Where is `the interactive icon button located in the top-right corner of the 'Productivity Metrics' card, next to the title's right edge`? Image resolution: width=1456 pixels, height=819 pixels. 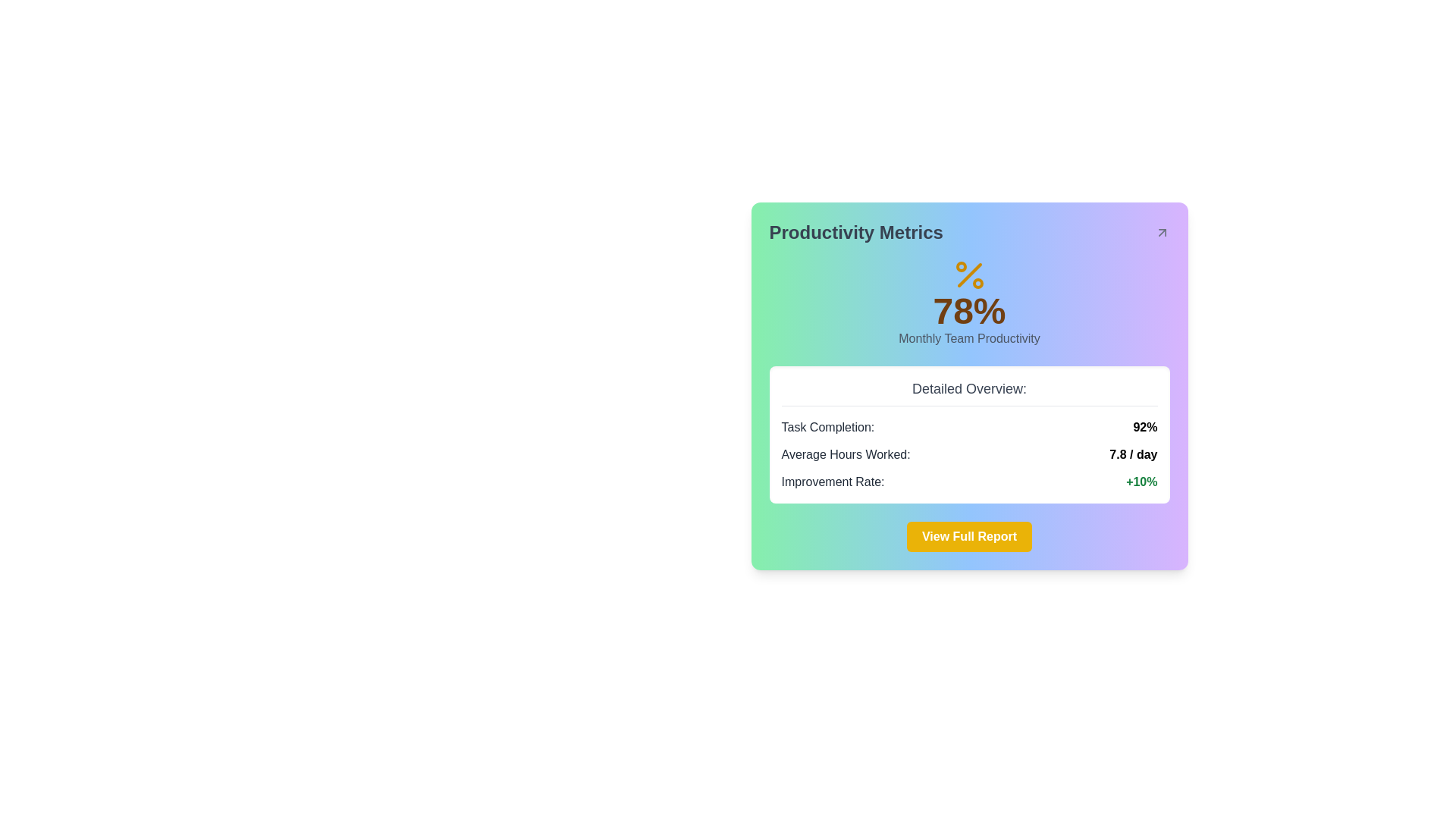
the interactive icon button located in the top-right corner of the 'Productivity Metrics' card, next to the title's right edge is located at coordinates (1161, 233).